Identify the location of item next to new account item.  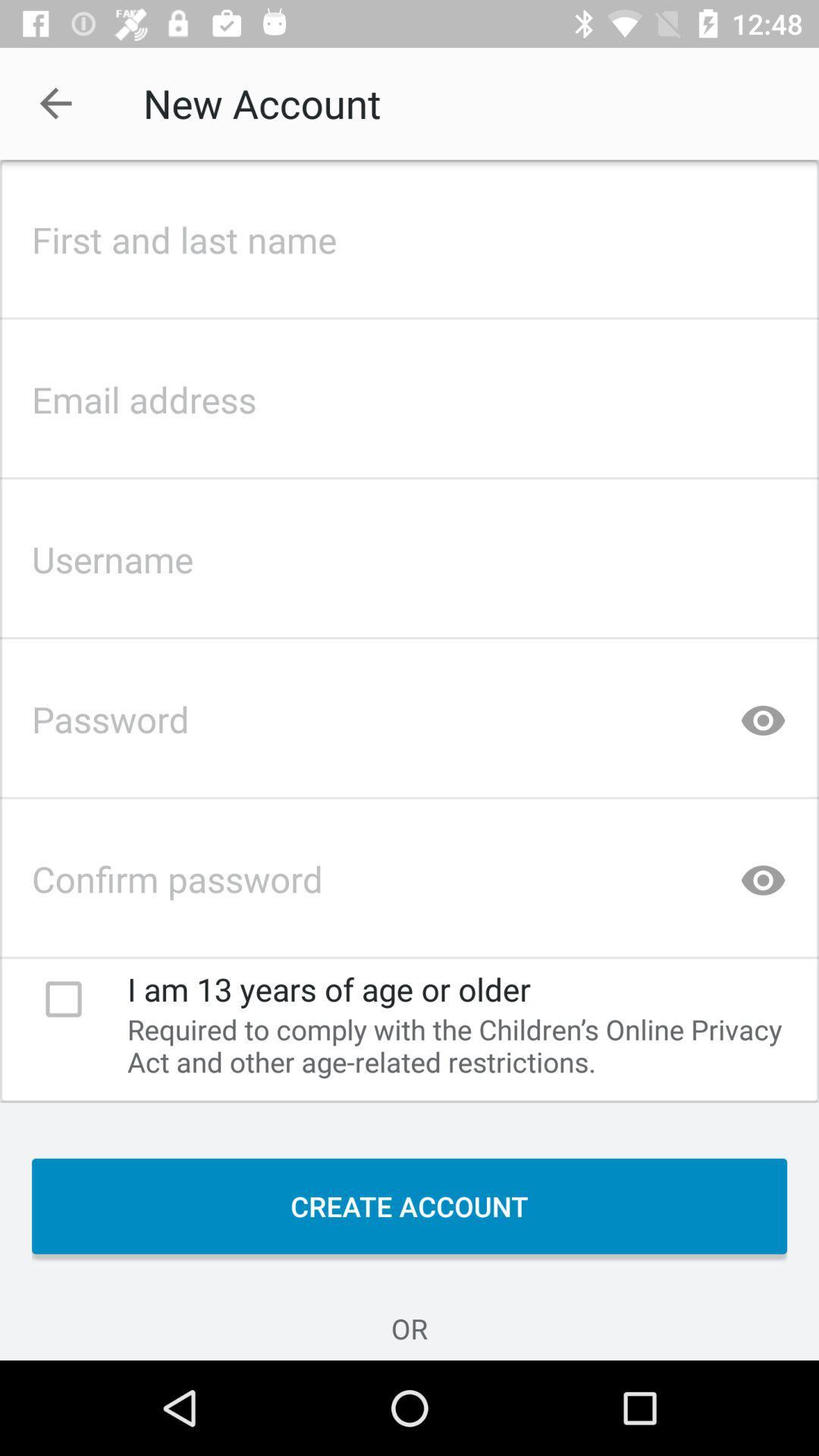
(55, 102).